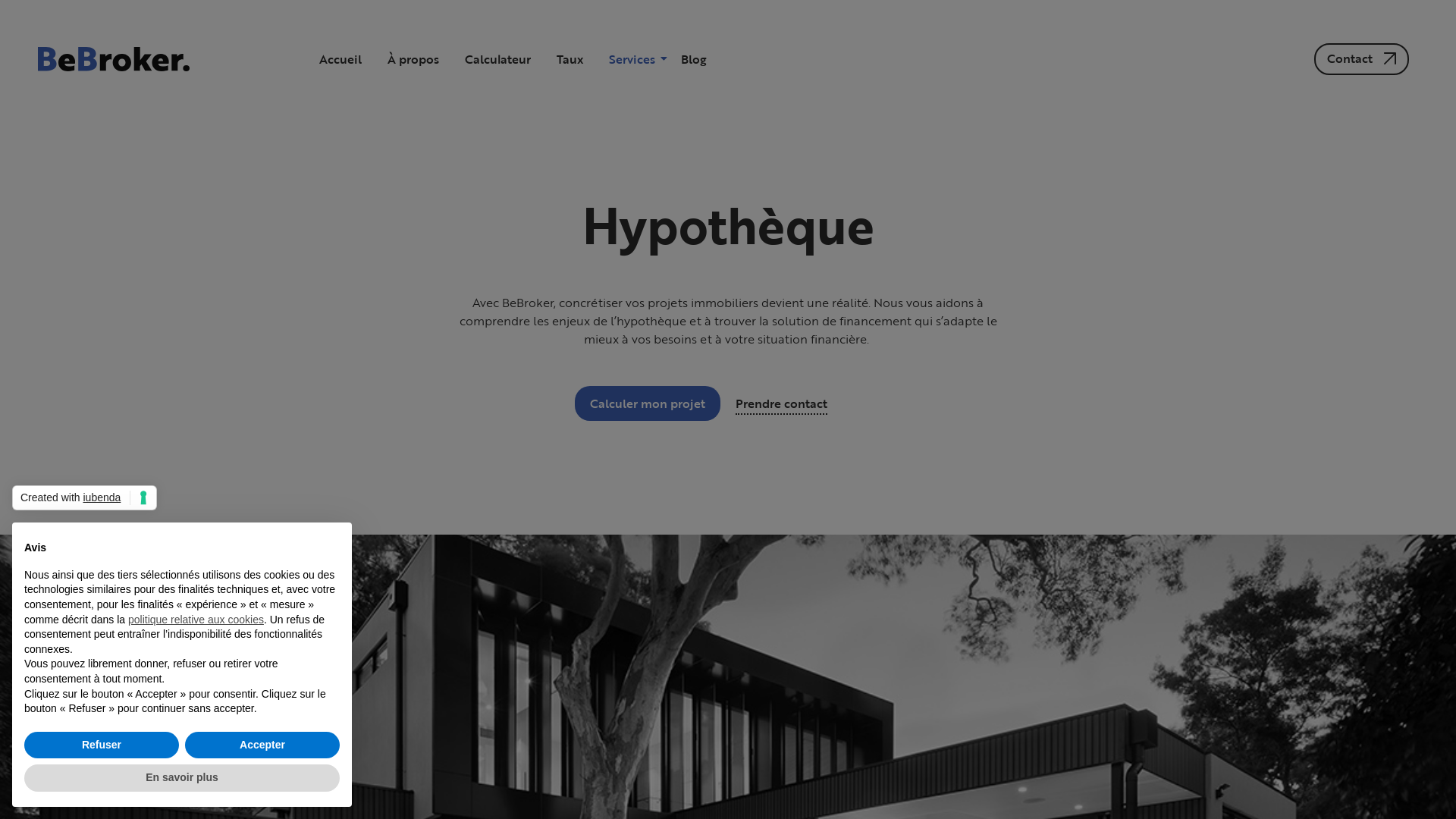  Describe the element at coordinates (497, 58) in the screenshot. I see `'Calculateur'` at that location.